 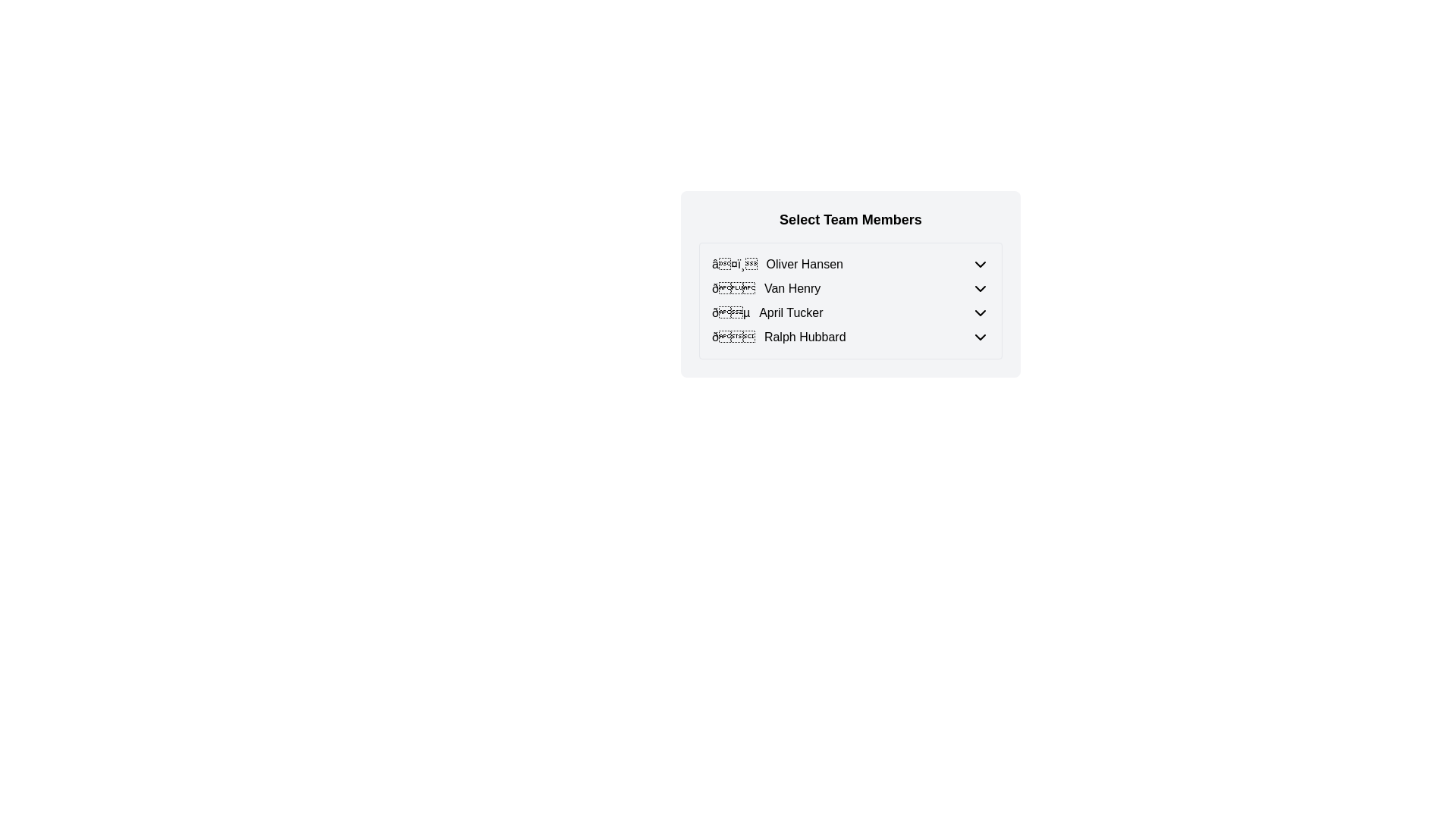 I want to click on the text element displaying 'Van Henry' with the emoji 🌟, which is the second item in the list under the header 'Select Team Members', so click(x=766, y=289).